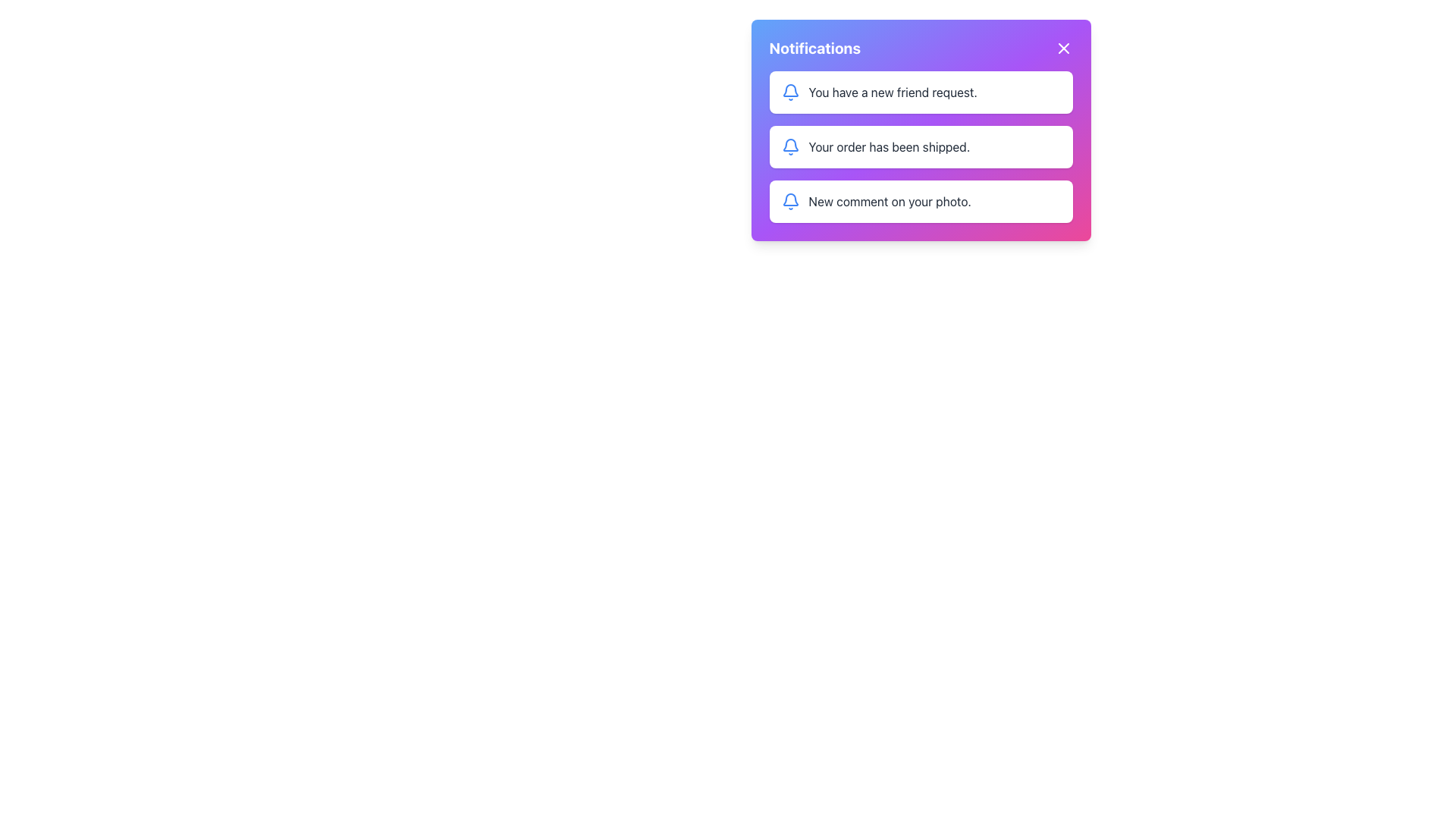 Image resolution: width=1456 pixels, height=819 pixels. Describe the element at coordinates (789, 201) in the screenshot. I see `the alert icon located in the third notification card indicating a new comment on your photo` at that location.